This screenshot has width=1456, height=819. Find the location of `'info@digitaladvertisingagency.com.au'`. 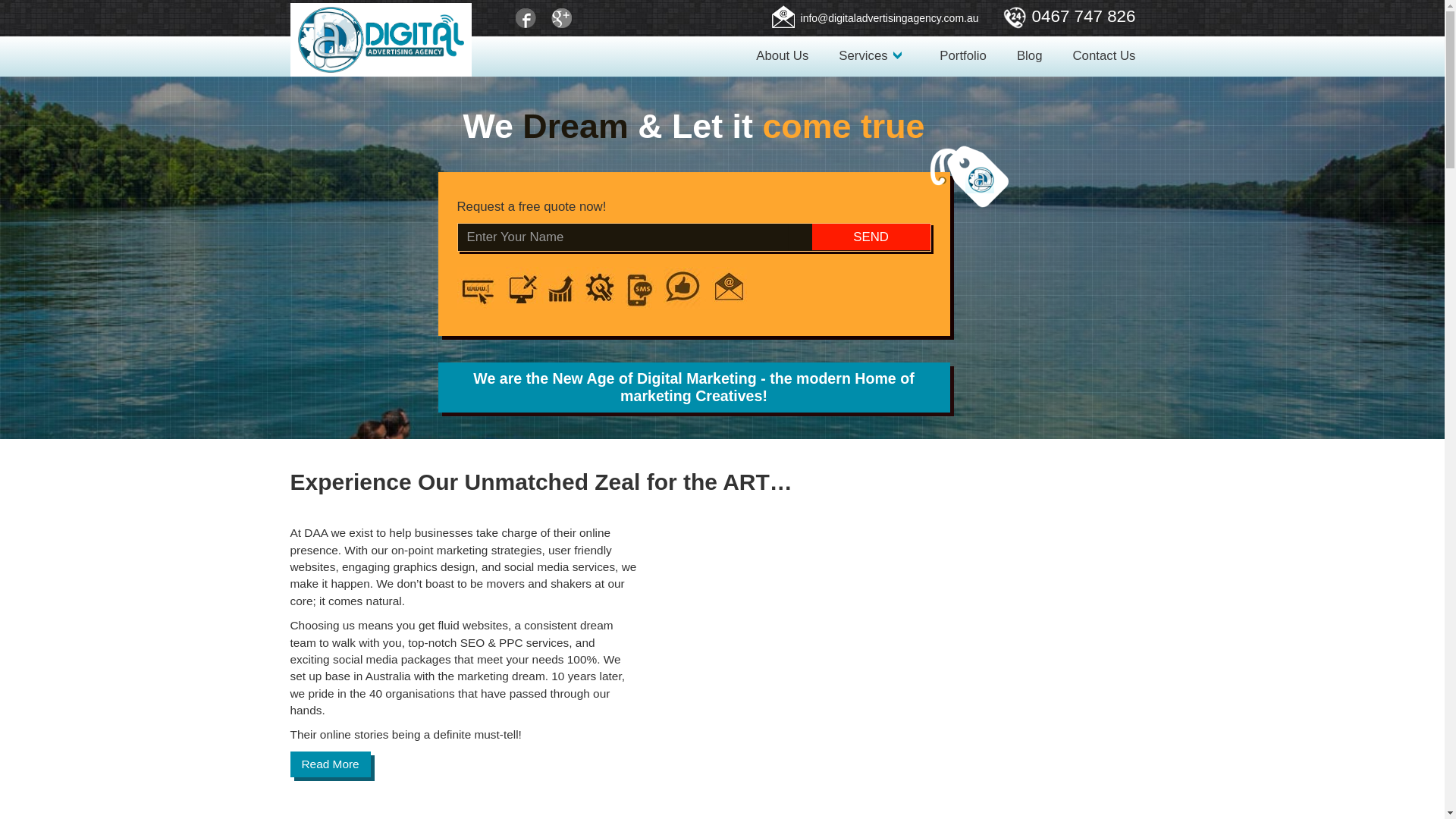

'info@digitaladvertisingagency.com.au' is located at coordinates (882, 20).